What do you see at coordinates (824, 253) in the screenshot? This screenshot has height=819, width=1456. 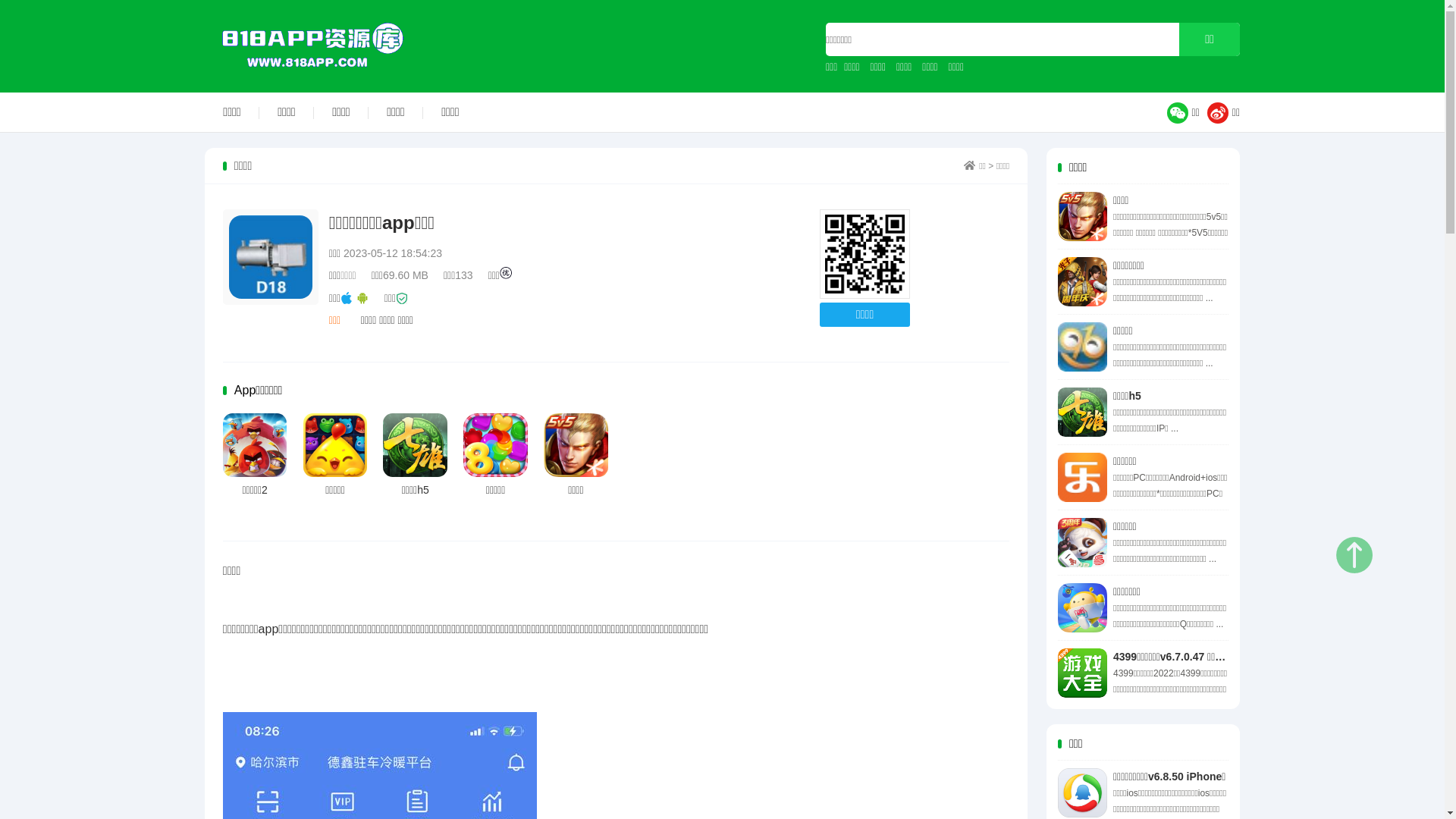 I see `'http://www.818app.com'` at bounding box center [824, 253].